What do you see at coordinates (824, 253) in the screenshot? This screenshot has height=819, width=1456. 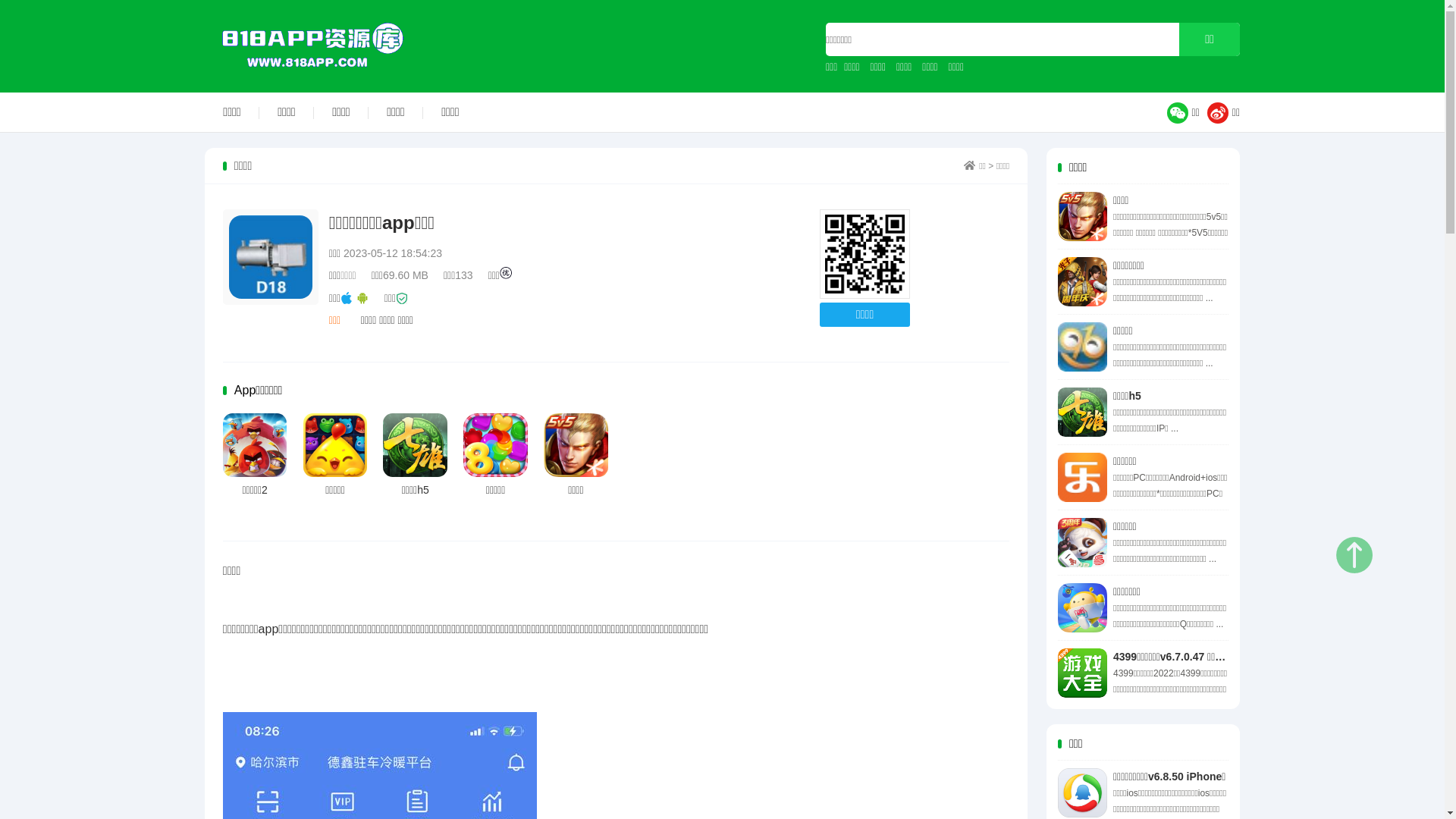 I see `'http://www.818app.com'` at bounding box center [824, 253].